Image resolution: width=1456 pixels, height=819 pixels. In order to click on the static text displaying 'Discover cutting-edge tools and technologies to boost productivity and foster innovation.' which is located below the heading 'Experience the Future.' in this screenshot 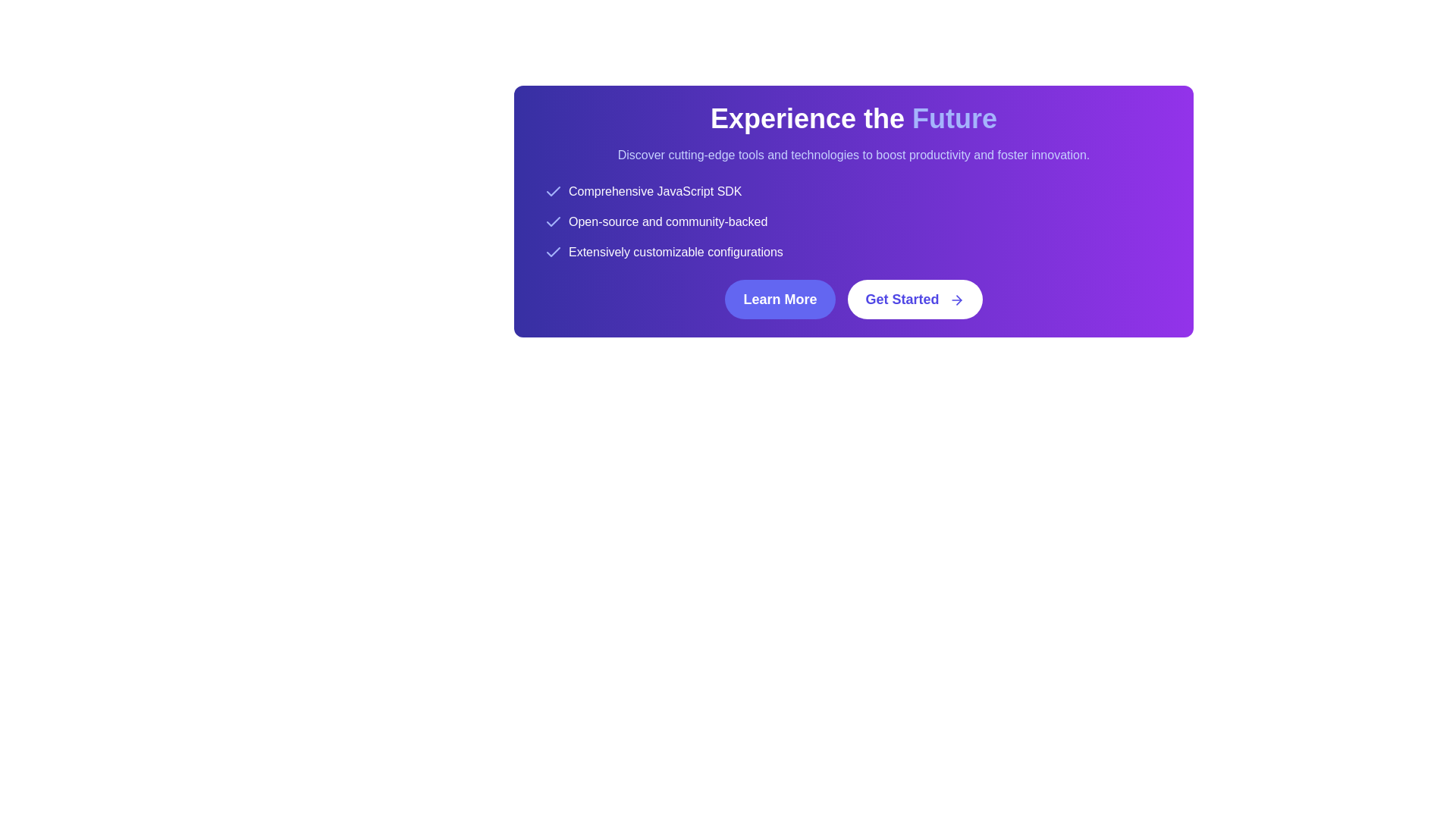, I will do `click(854, 155)`.